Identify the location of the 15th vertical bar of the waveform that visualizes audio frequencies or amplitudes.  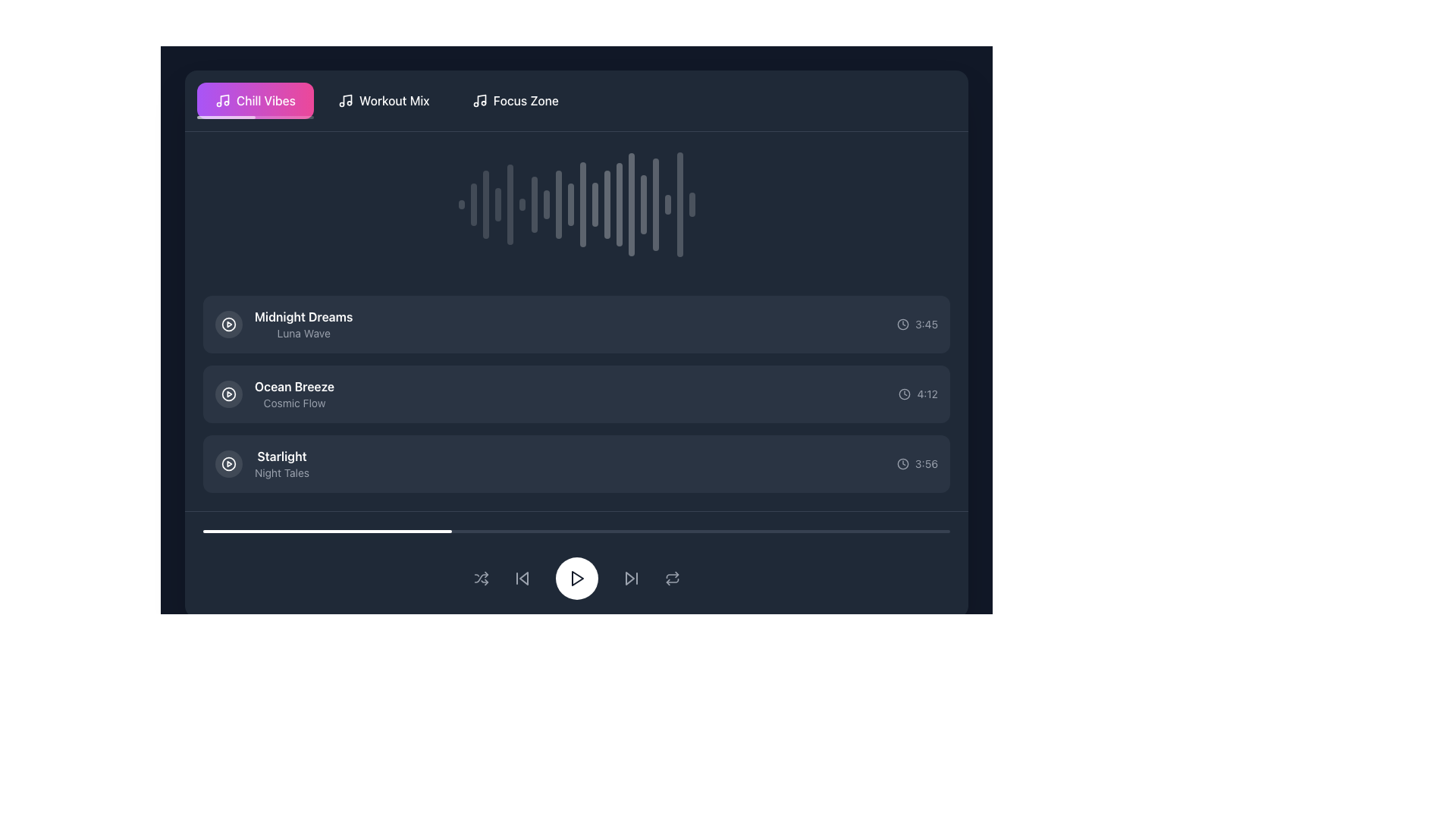
(631, 205).